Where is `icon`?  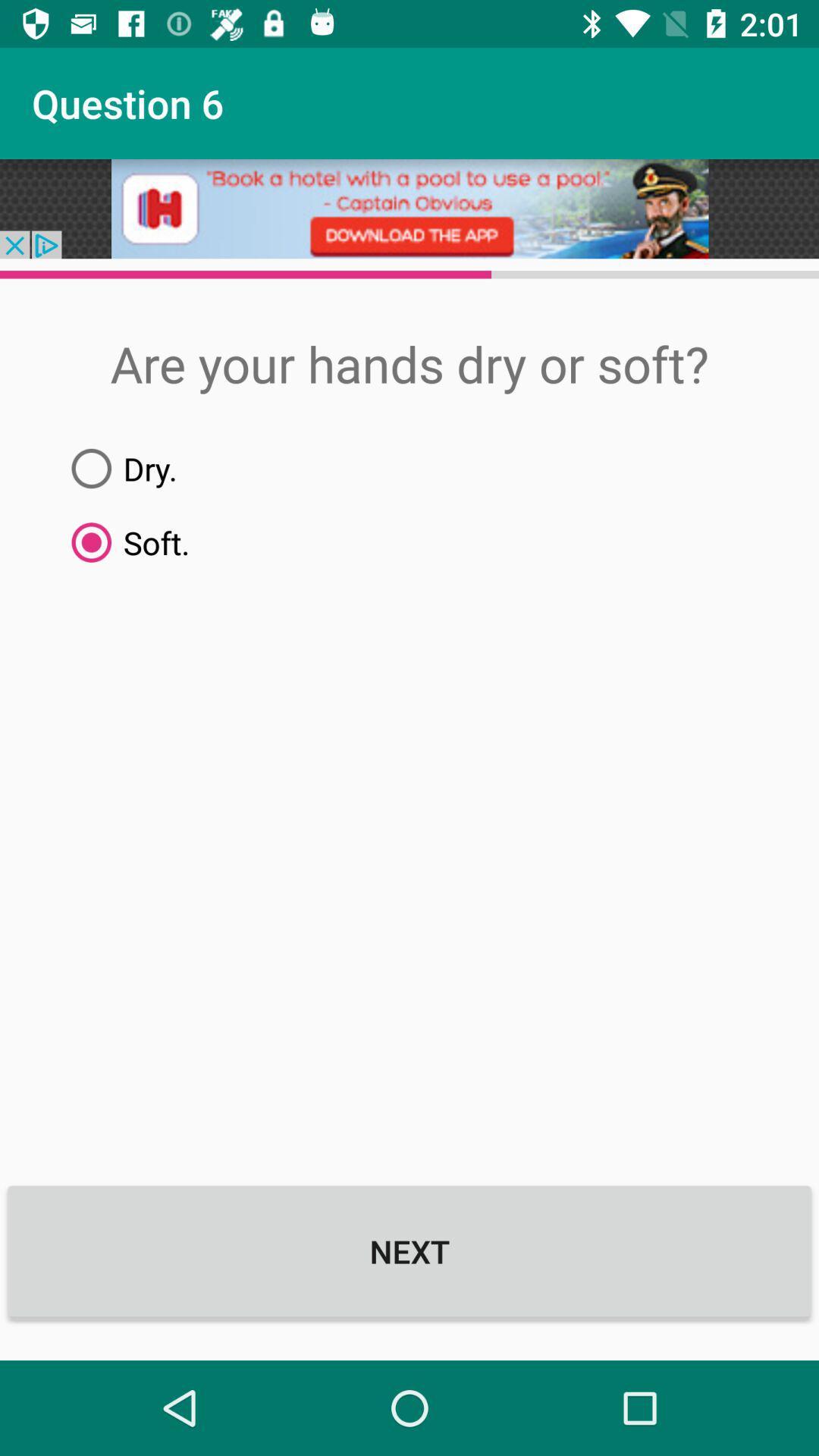 icon is located at coordinates (409, 208).